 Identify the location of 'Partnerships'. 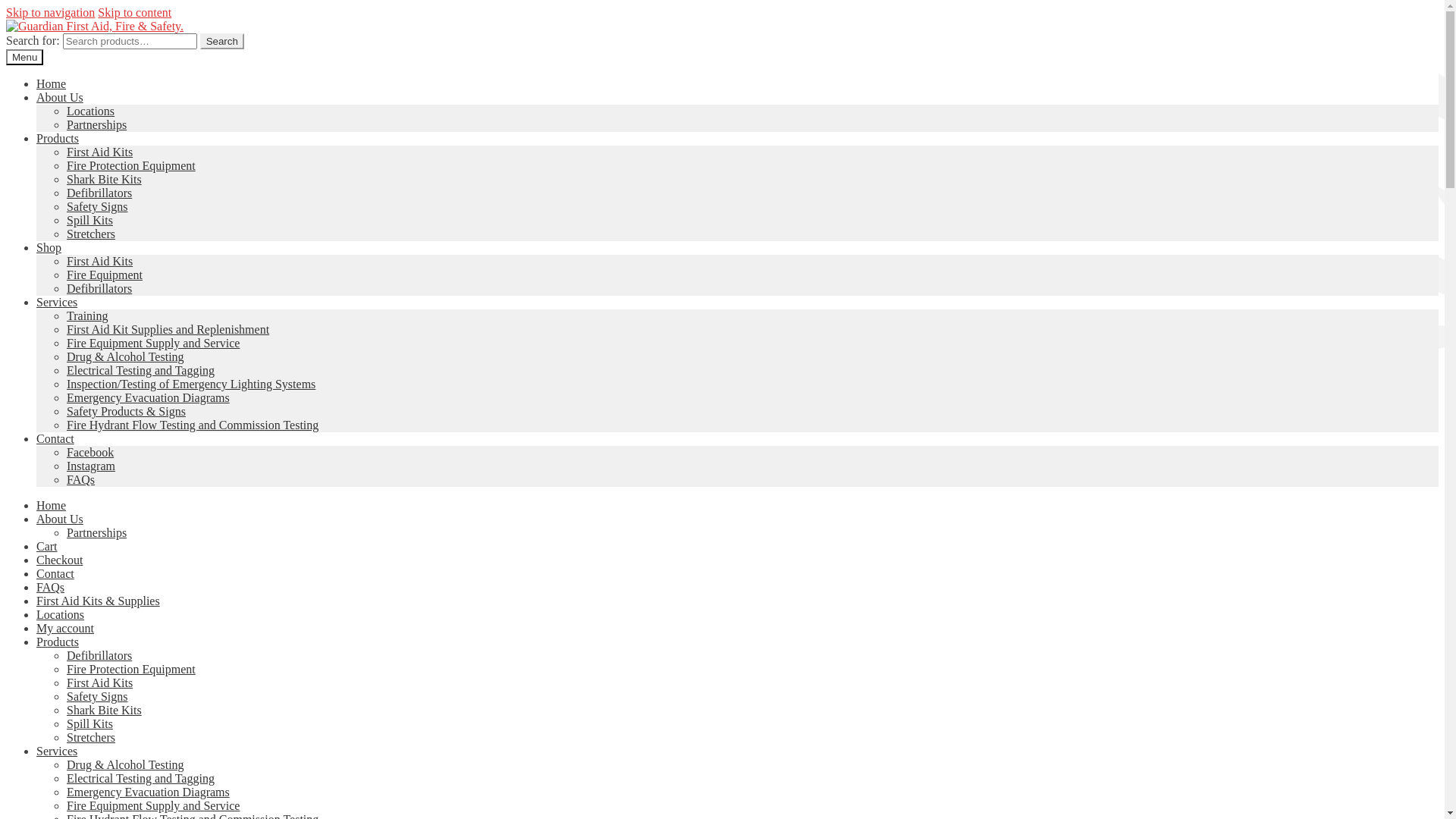
(96, 124).